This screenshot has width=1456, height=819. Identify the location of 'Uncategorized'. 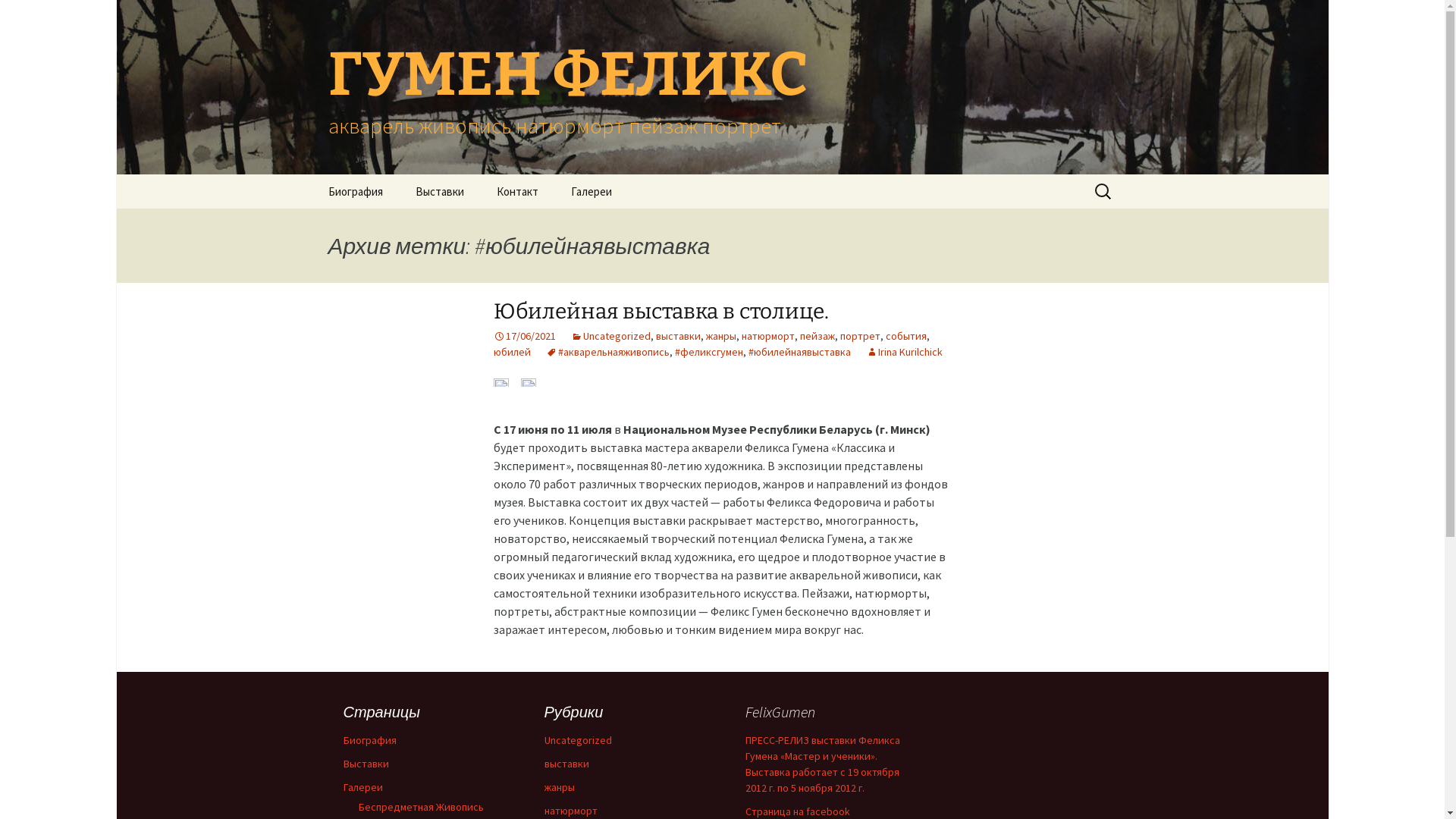
(577, 739).